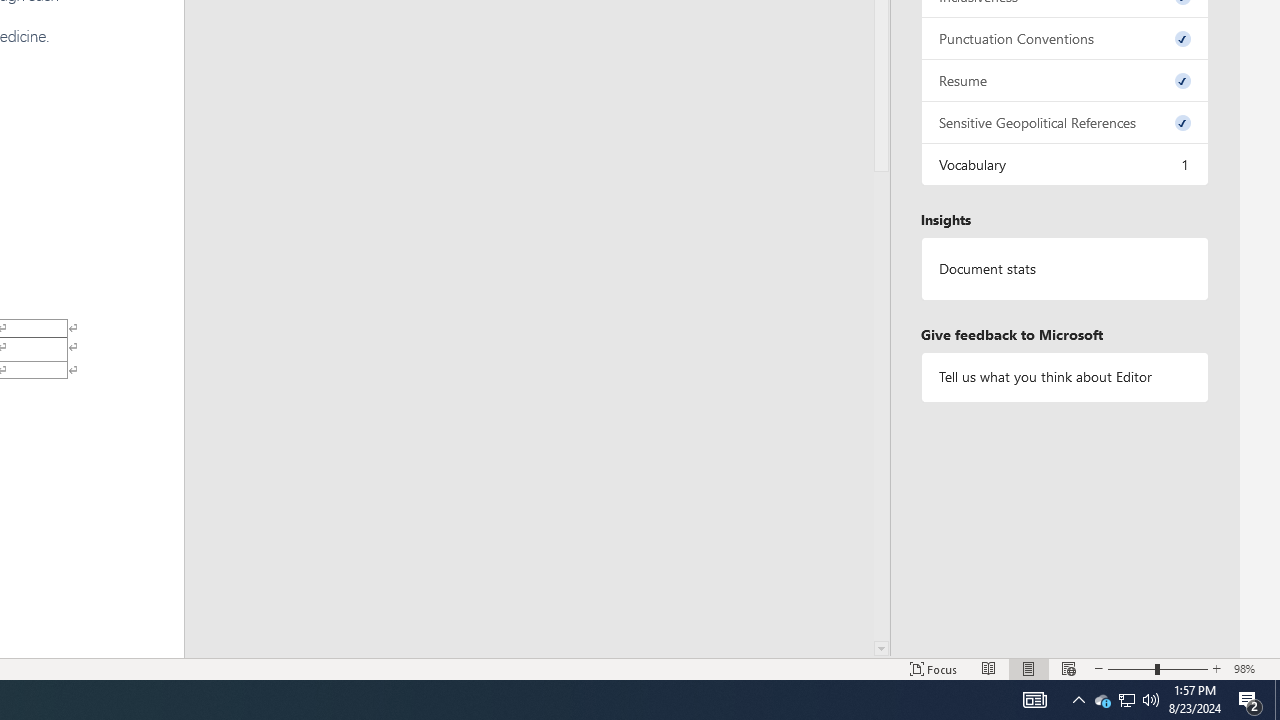 The image size is (1280, 720). I want to click on 'Print Layout', so click(1029, 669).